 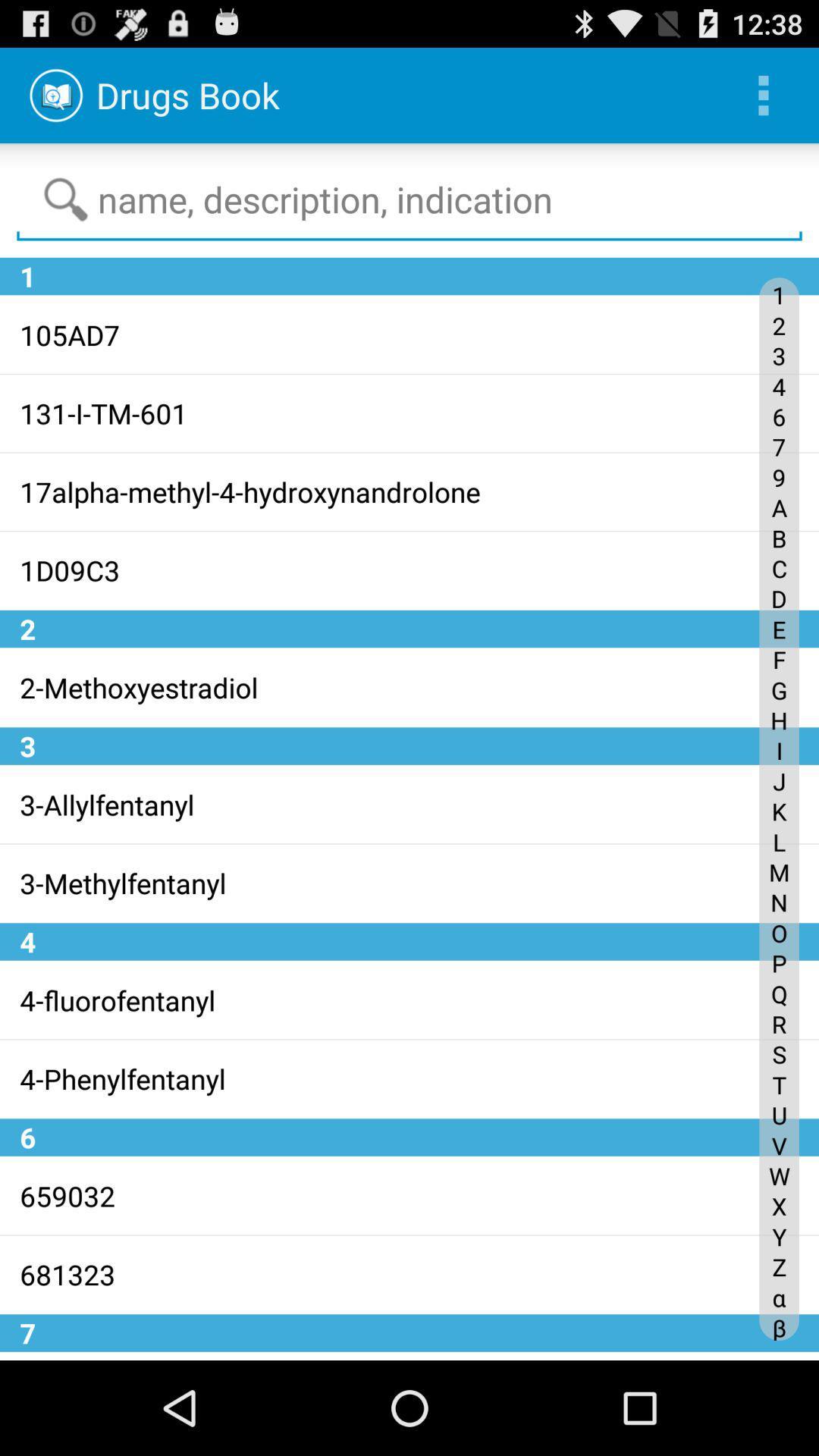 I want to click on write name or description, so click(x=409, y=199).